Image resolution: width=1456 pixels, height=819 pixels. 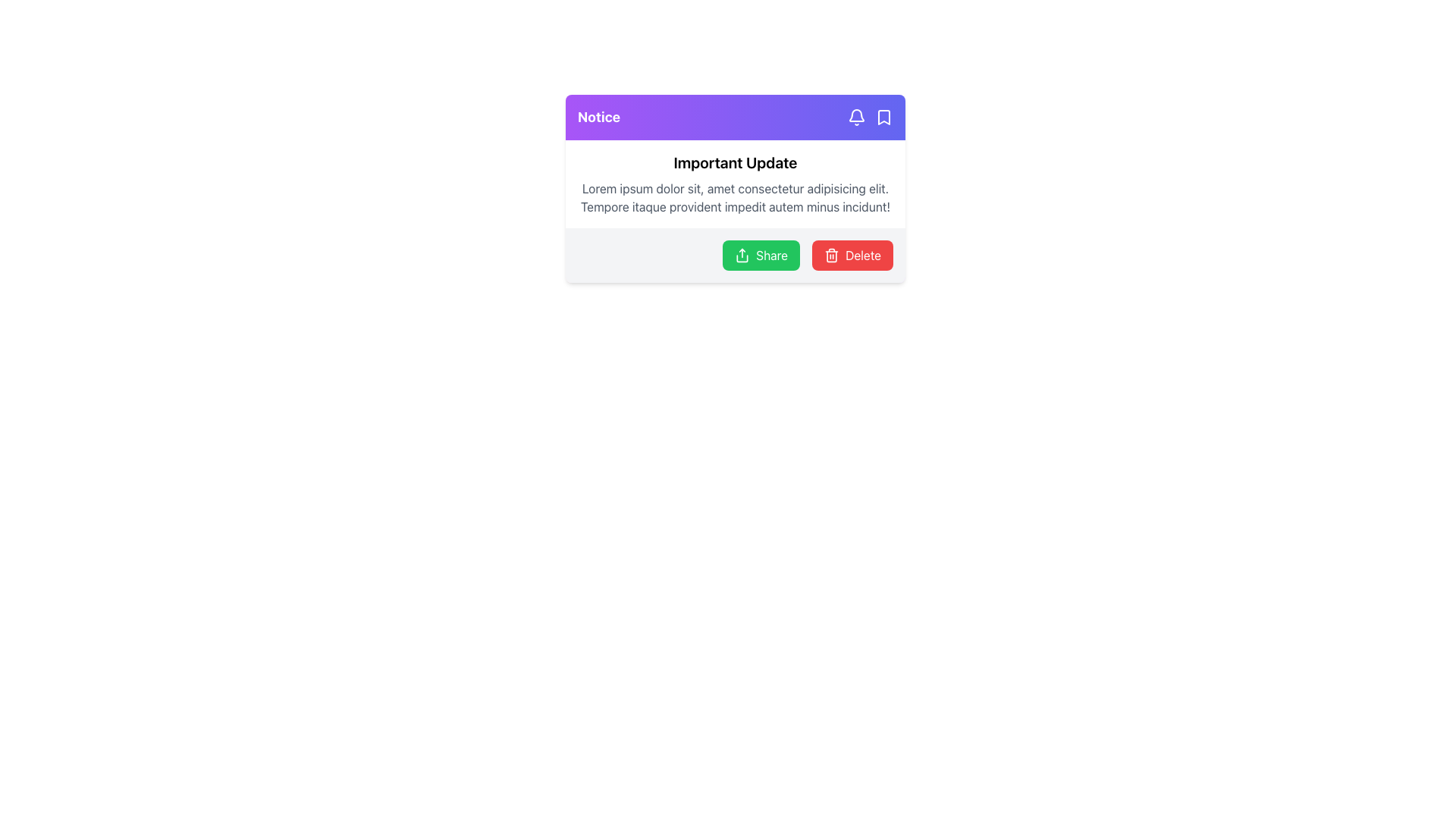 I want to click on the notification icon located in the top right corner of the purple header section within the 'Notice' card, which is the first of two icons and positioned left of the bookmark icon, so click(x=856, y=116).